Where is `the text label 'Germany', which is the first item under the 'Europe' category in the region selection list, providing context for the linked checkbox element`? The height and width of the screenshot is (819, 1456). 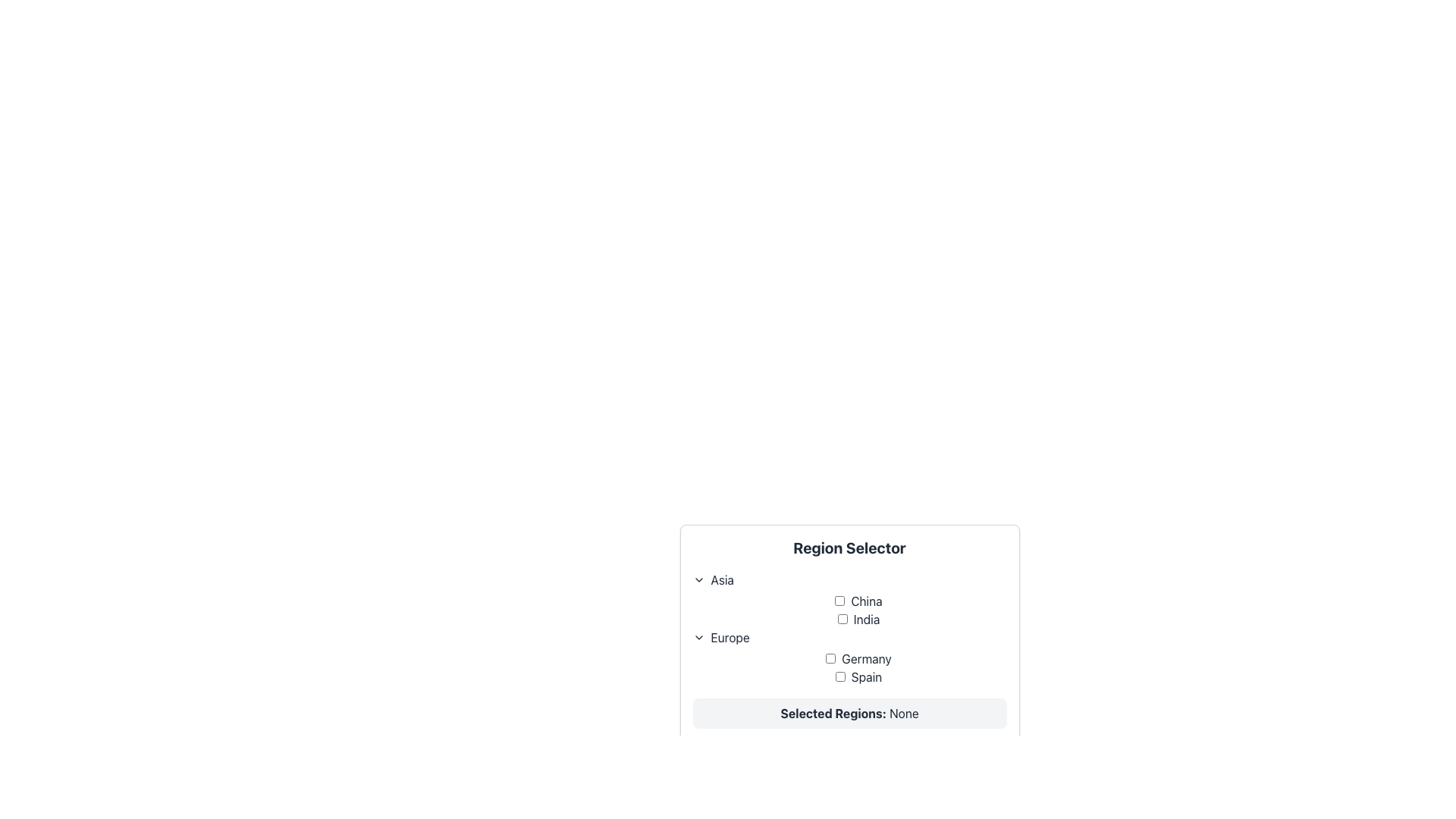 the text label 'Germany', which is the first item under the 'Europe' category in the region selection list, providing context for the linked checkbox element is located at coordinates (858, 657).